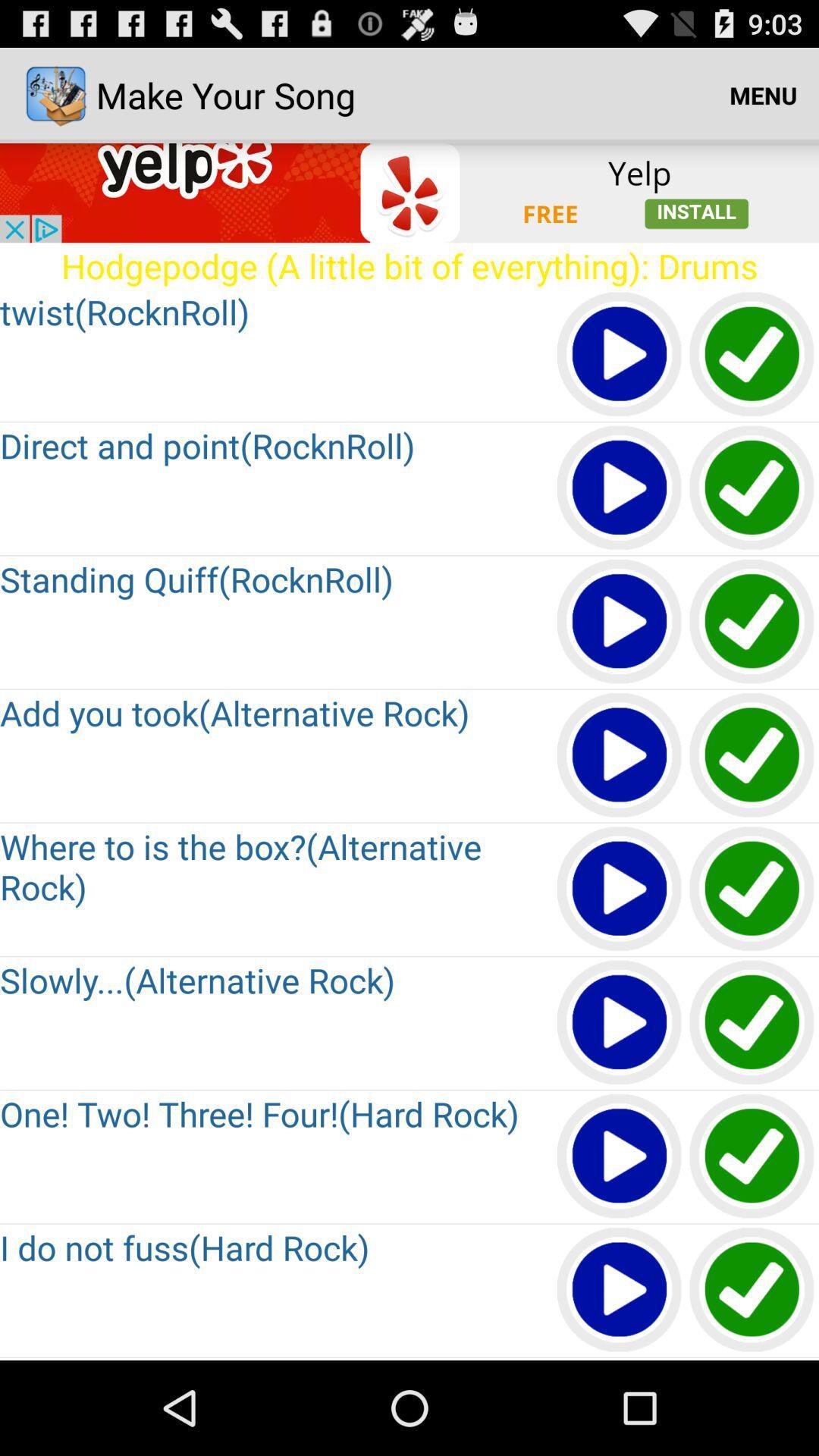  I want to click on song, so click(620, 756).